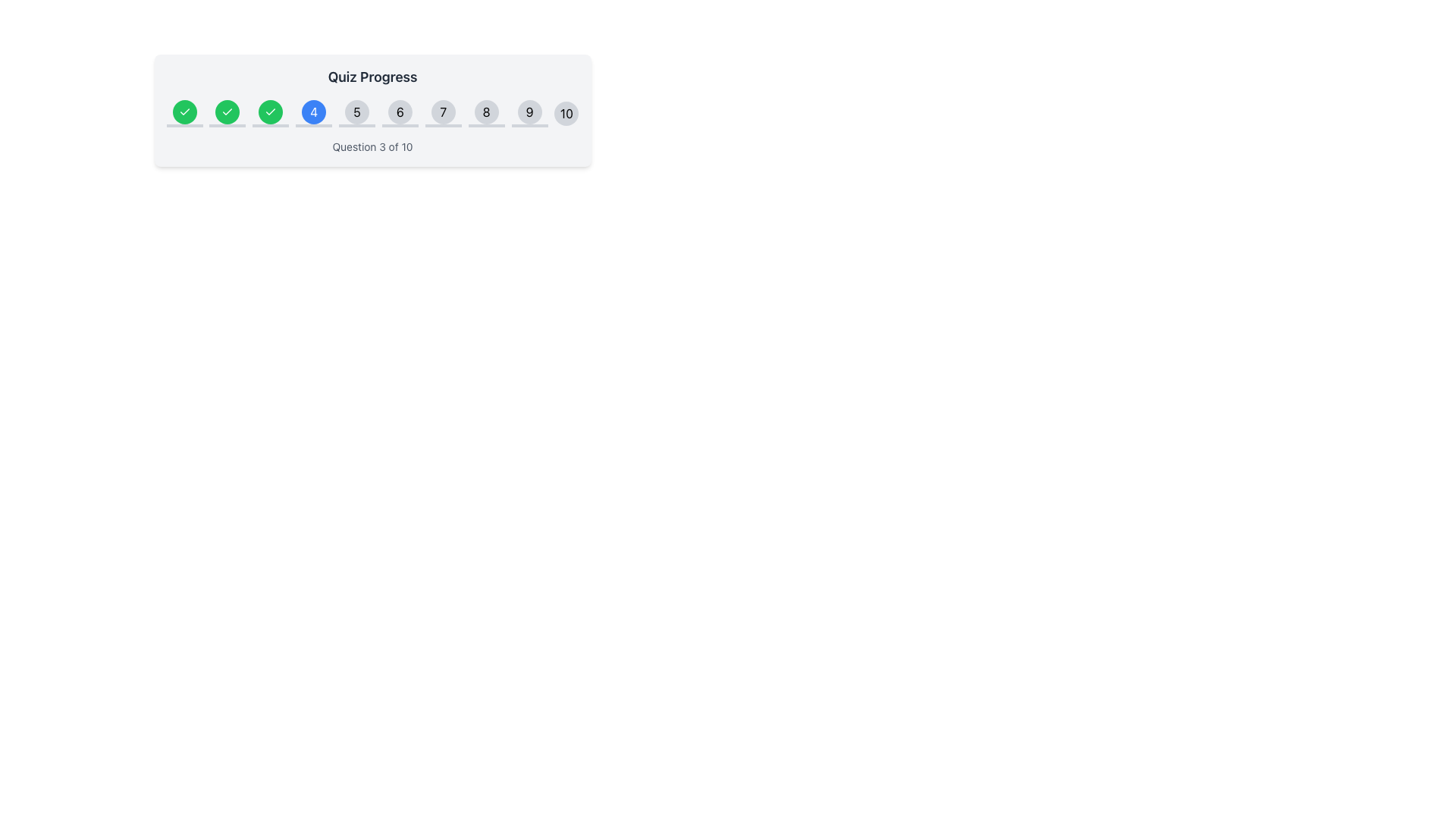 The width and height of the screenshot is (1456, 819). I want to click on the non-interactive button indicating question number 8 in the quiz progress bar, located at the upper section of the interface, so click(486, 111).